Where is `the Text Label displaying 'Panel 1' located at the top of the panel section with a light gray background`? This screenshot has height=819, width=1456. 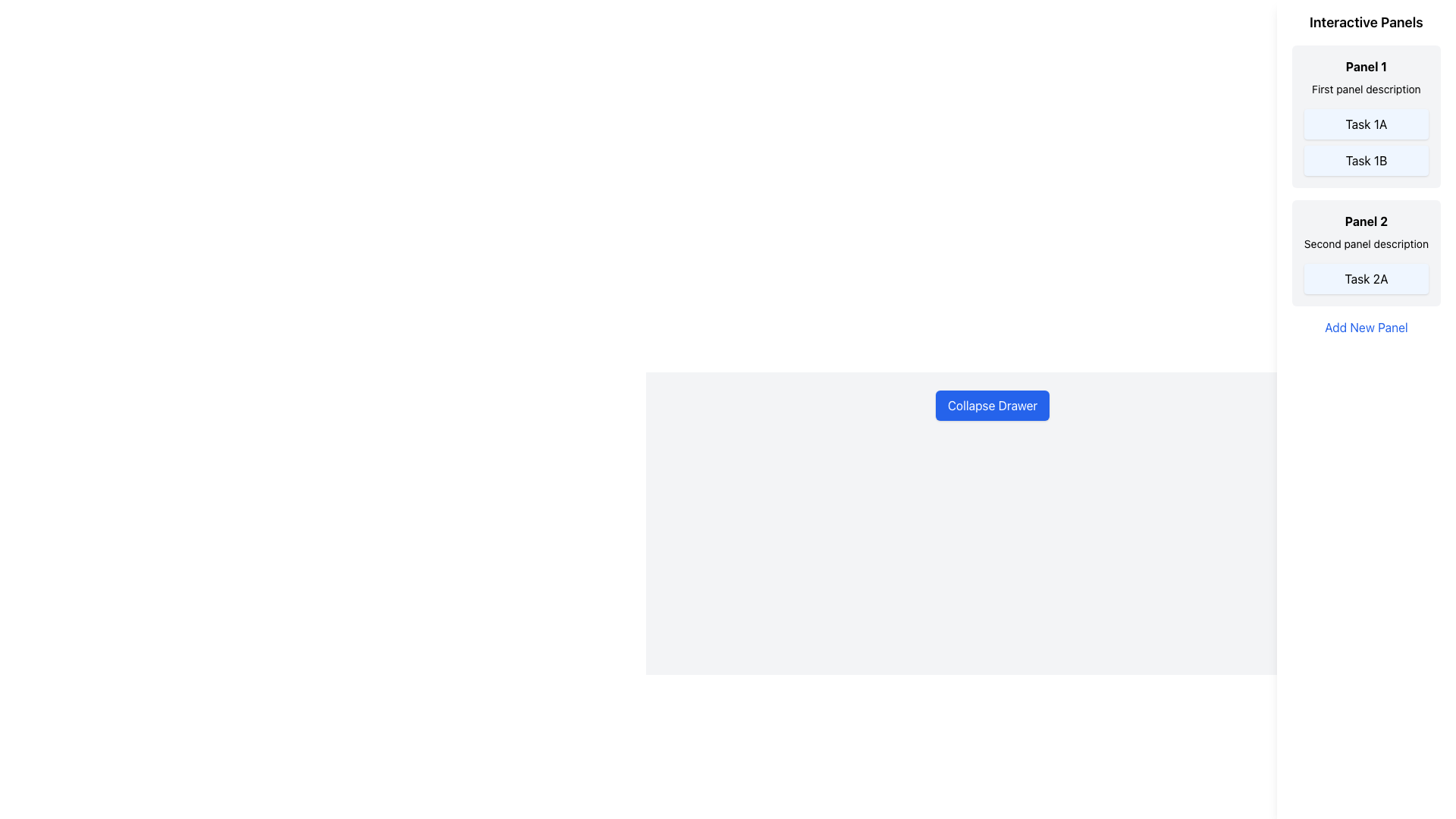
the Text Label displaying 'Panel 1' located at the top of the panel section with a light gray background is located at coordinates (1366, 66).